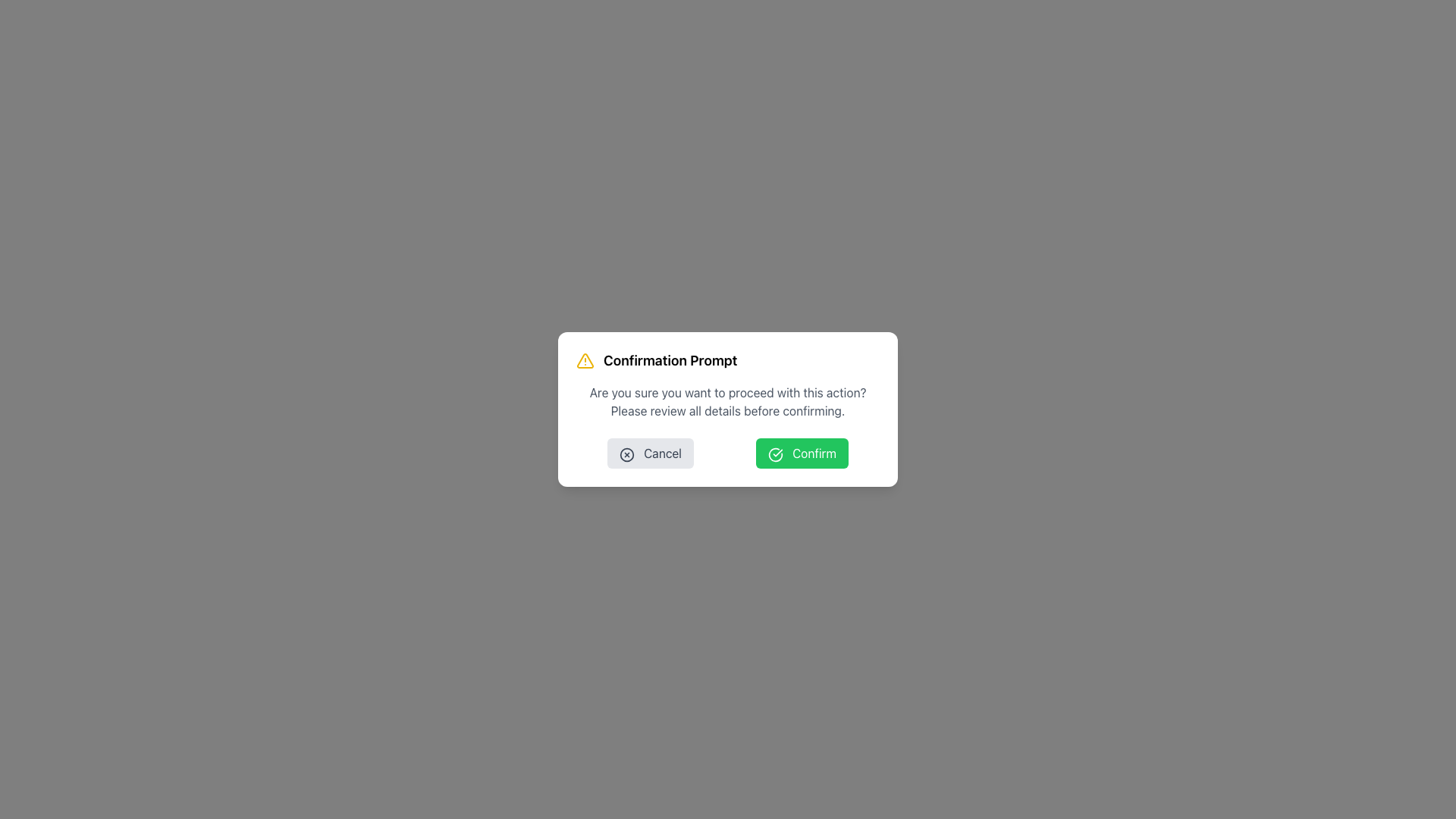 The image size is (1456, 819). I want to click on the confirm button located to the right of the gray 'Cancel' button in the modal to confirm the action, so click(801, 452).